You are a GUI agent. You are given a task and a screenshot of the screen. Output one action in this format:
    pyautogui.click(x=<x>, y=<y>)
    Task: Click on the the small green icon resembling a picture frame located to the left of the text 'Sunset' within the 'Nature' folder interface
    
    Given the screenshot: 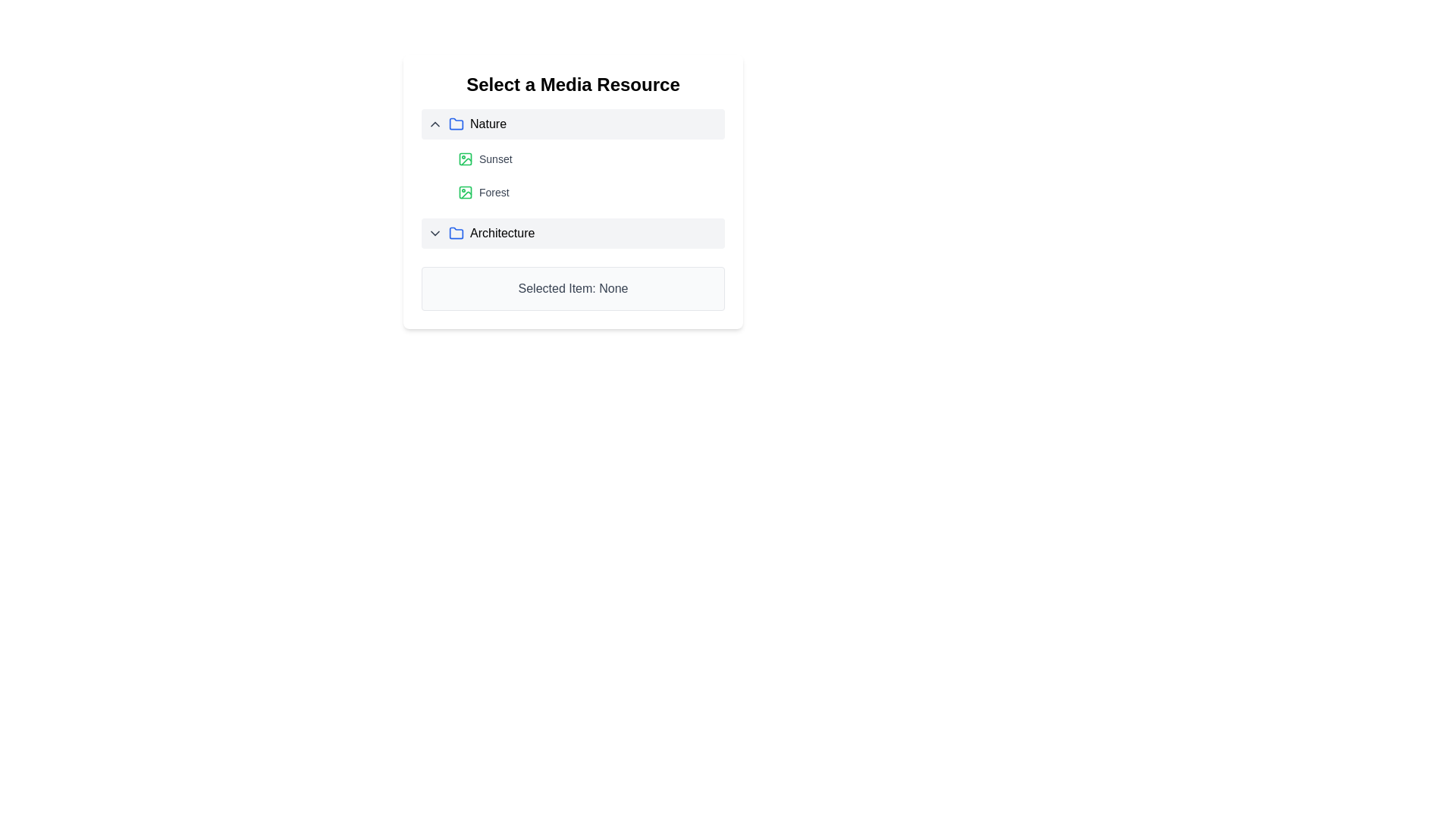 What is the action you would take?
    pyautogui.click(x=465, y=158)
    